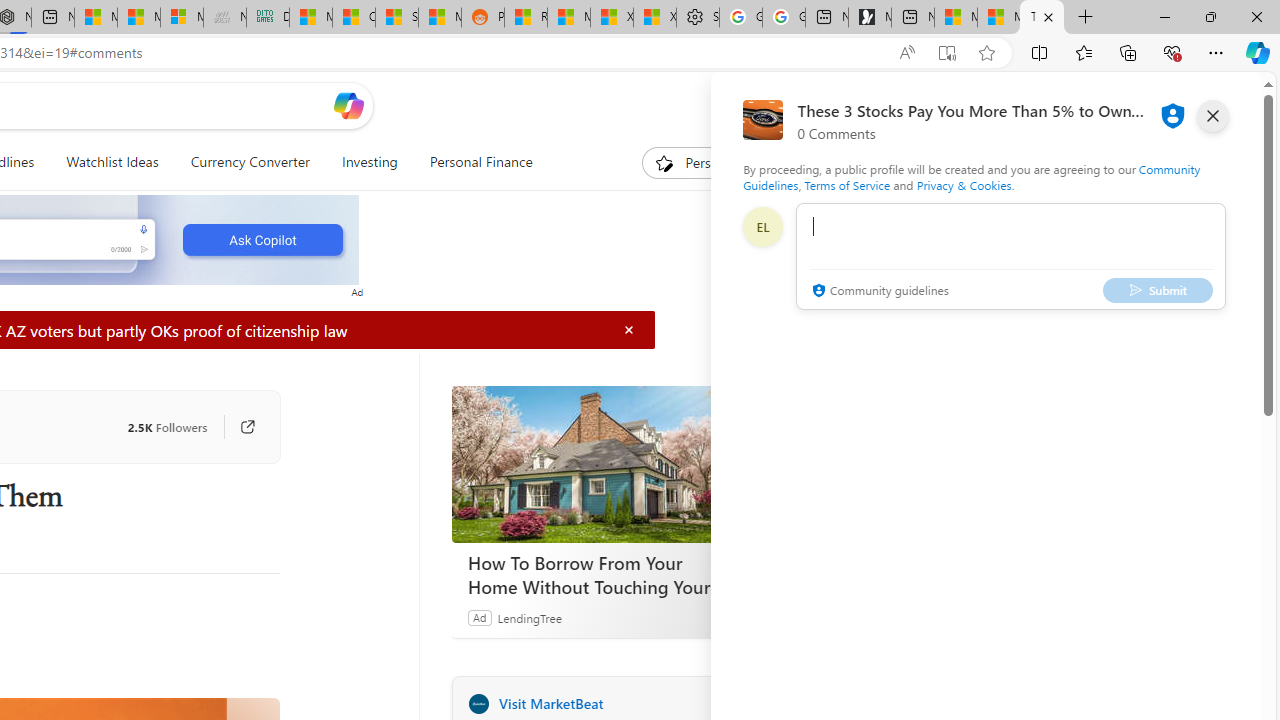  I want to click on 'Go to publisher', so click(237, 425).